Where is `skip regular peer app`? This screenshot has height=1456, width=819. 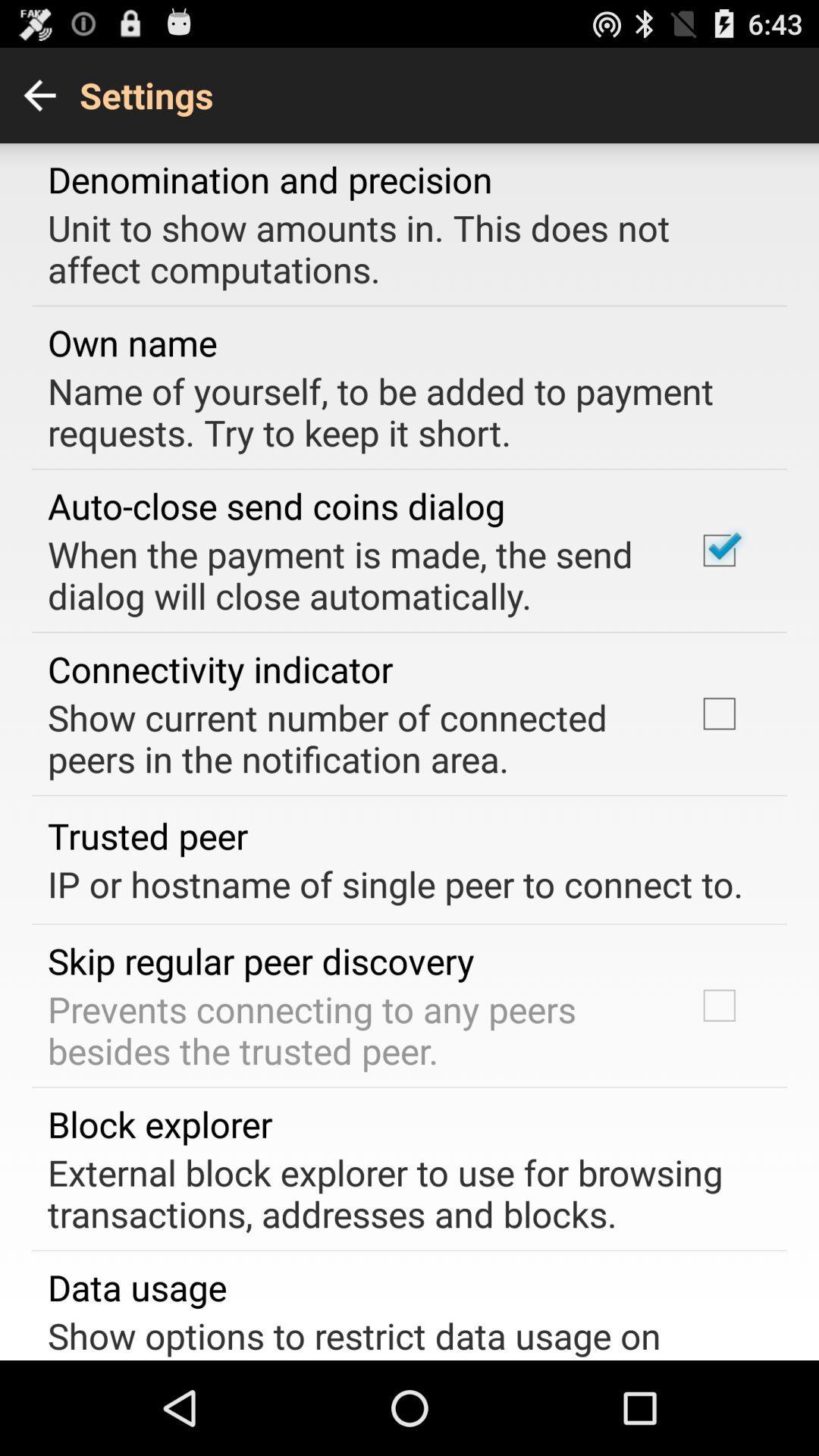
skip regular peer app is located at coordinates (260, 960).